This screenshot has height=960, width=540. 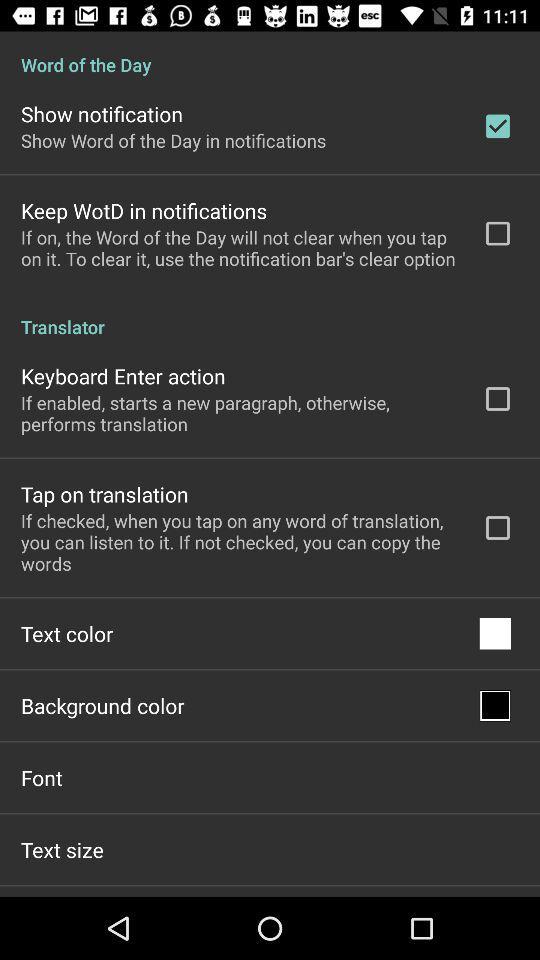 What do you see at coordinates (270, 316) in the screenshot?
I see `the translator icon` at bounding box center [270, 316].